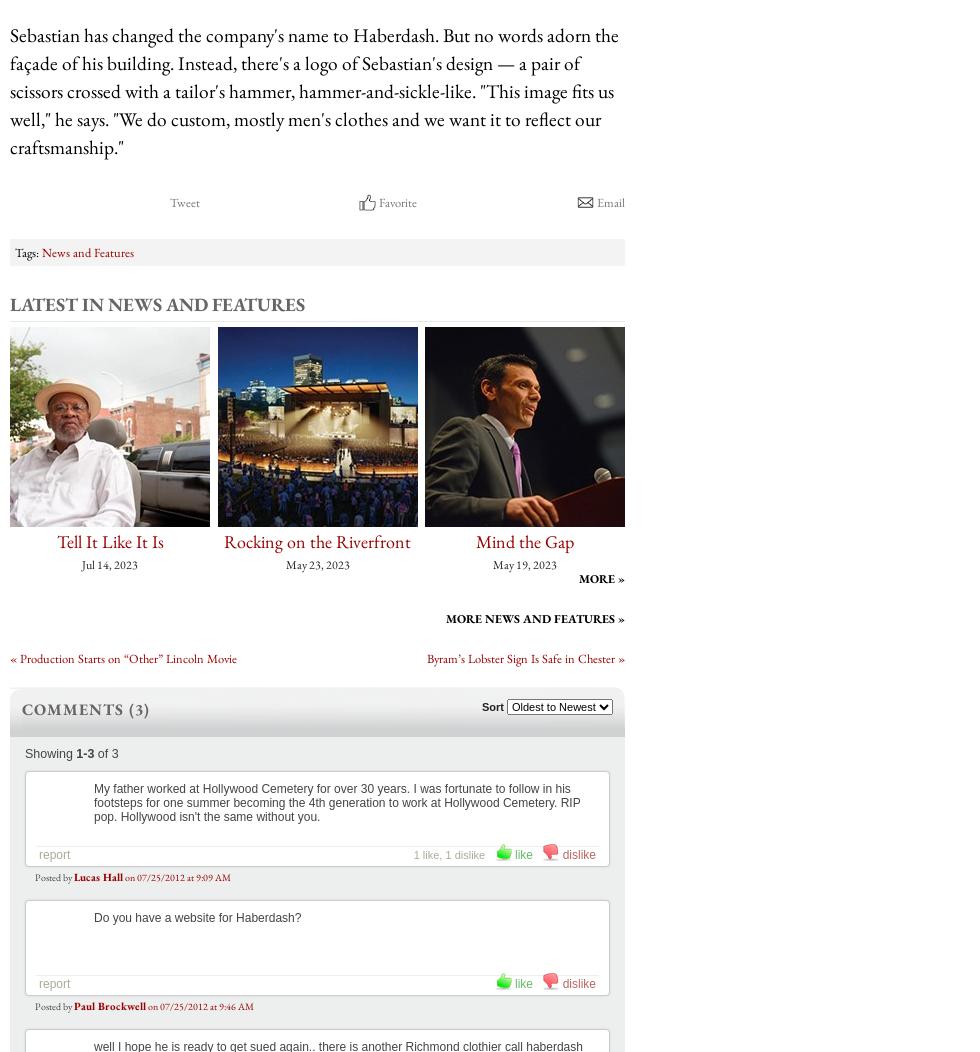  I want to click on 'like,', so click(431, 853).